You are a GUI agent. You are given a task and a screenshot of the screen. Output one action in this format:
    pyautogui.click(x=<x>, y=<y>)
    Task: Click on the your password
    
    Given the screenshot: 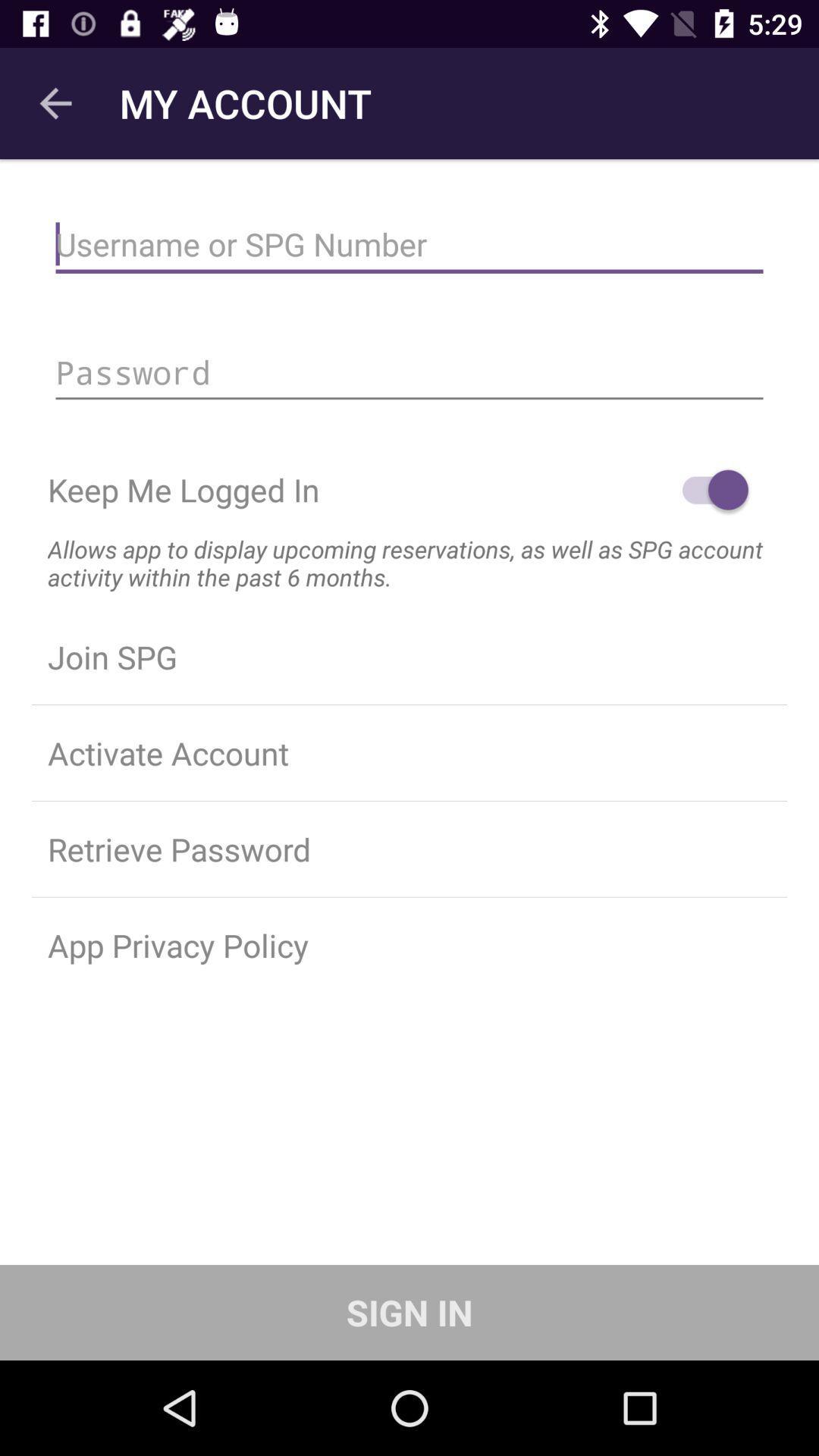 What is the action you would take?
    pyautogui.click(x=409, y=372)
    